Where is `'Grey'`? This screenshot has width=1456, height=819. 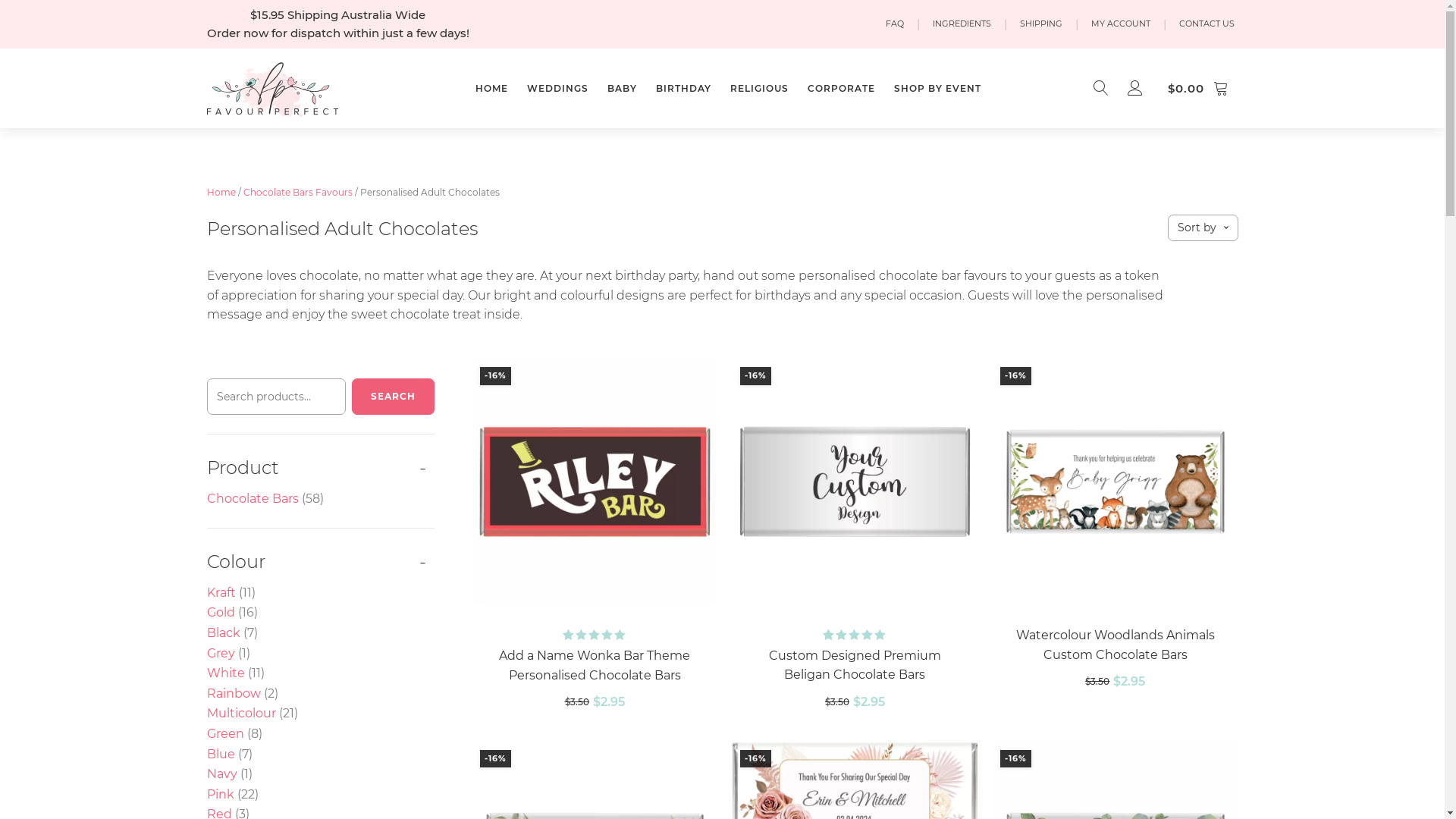
'Grey' is located at coordinates (219, 652).